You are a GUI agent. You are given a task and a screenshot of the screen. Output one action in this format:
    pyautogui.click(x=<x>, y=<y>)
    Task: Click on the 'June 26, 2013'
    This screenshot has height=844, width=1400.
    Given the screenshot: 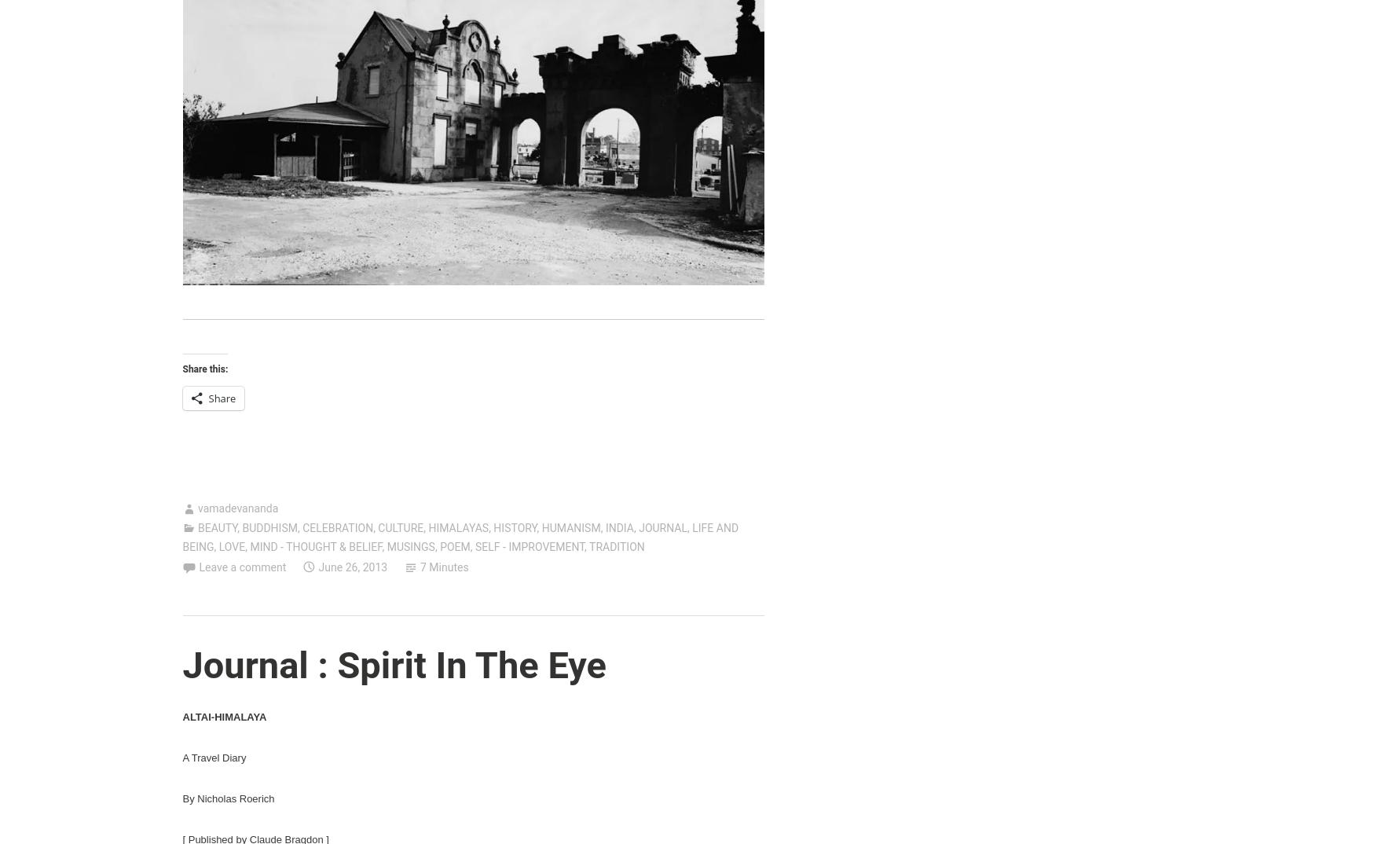 What is the action you would take?
    pyautogui.click(x=352, y=566)
    